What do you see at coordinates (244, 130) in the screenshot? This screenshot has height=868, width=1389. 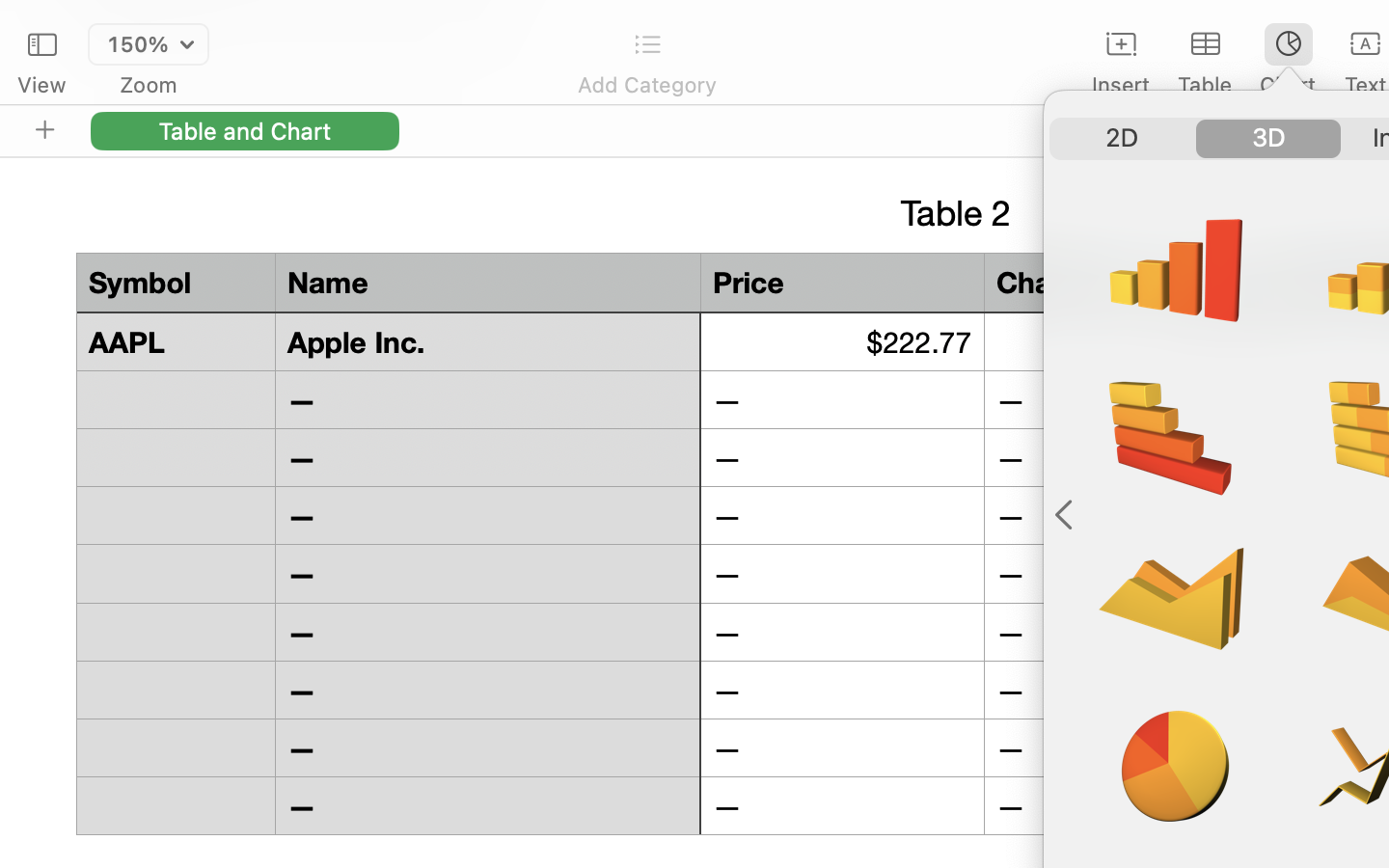 I see `'Table and Chart'` at bounding box center [244, 130].